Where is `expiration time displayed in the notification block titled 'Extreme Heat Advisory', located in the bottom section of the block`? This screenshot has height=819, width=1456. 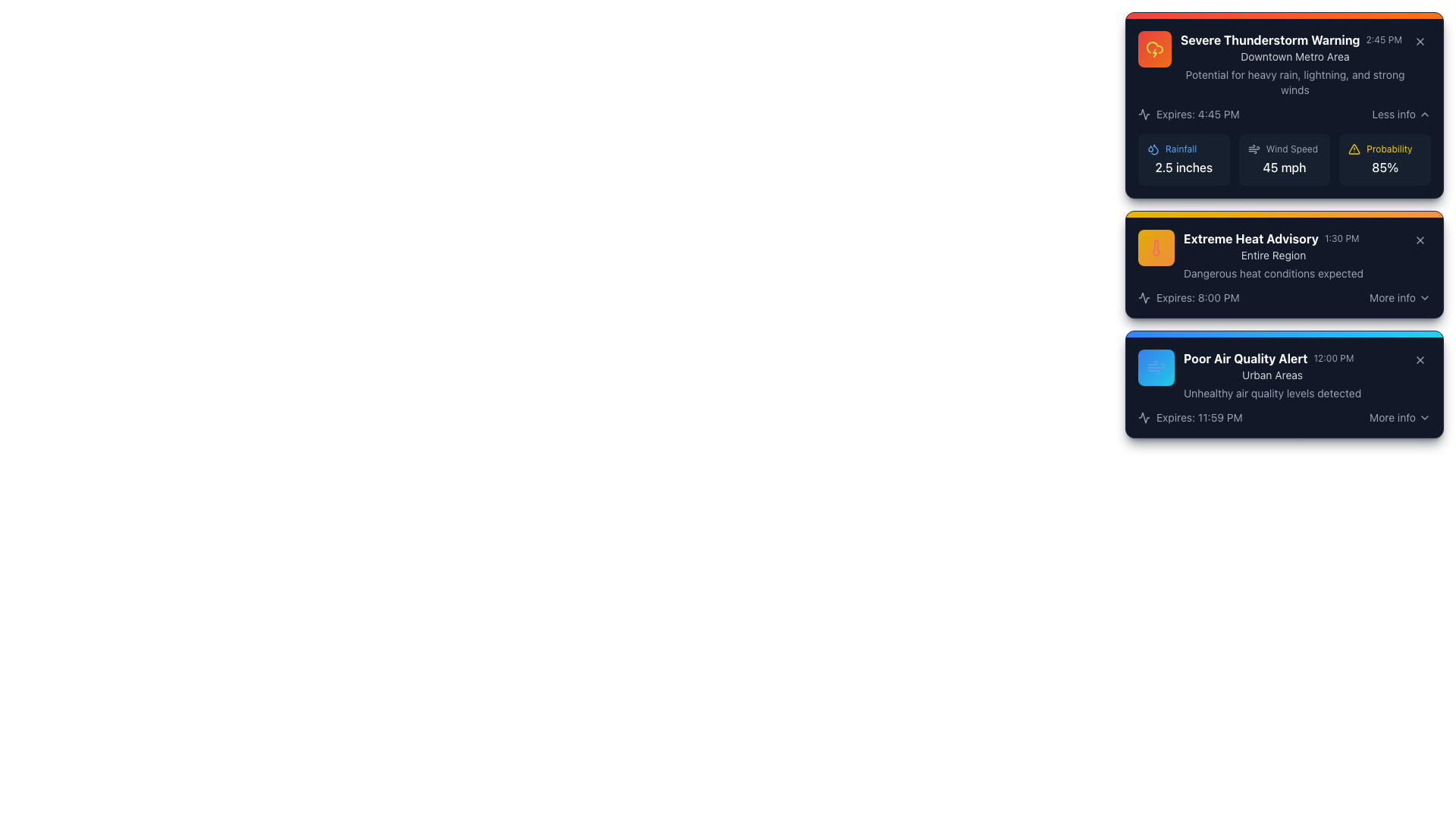
expiration time displayed in the notification block titled 'Extreme Heat Advisory', located in the bottom section of the block is located at coordinates (1284, 298).